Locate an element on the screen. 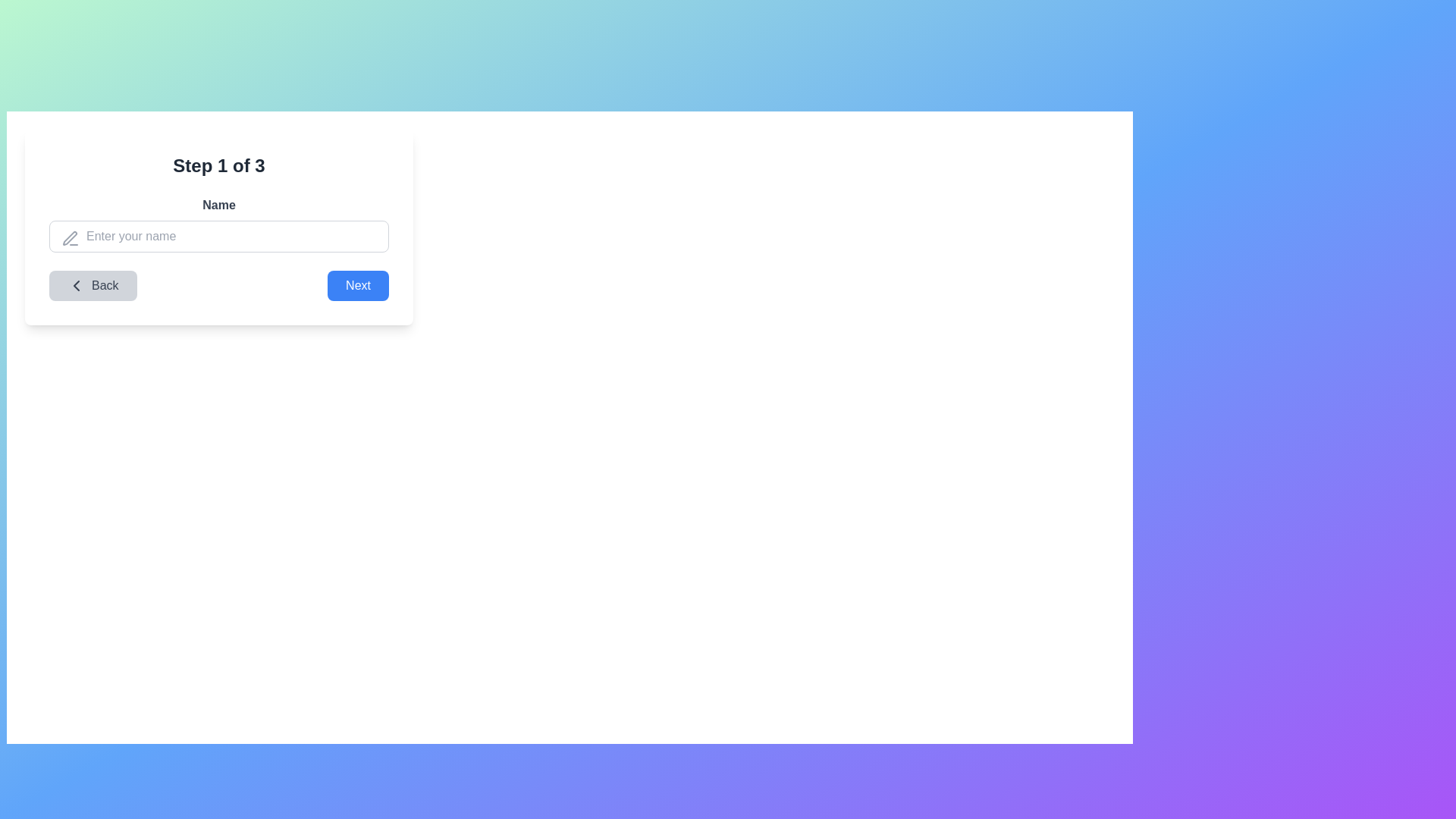 The image size is (1456, 819). the Chevron Left icon that is part of the 'Back' button, located to the left of the 'Back' text label is located at coordinates (75, 286).